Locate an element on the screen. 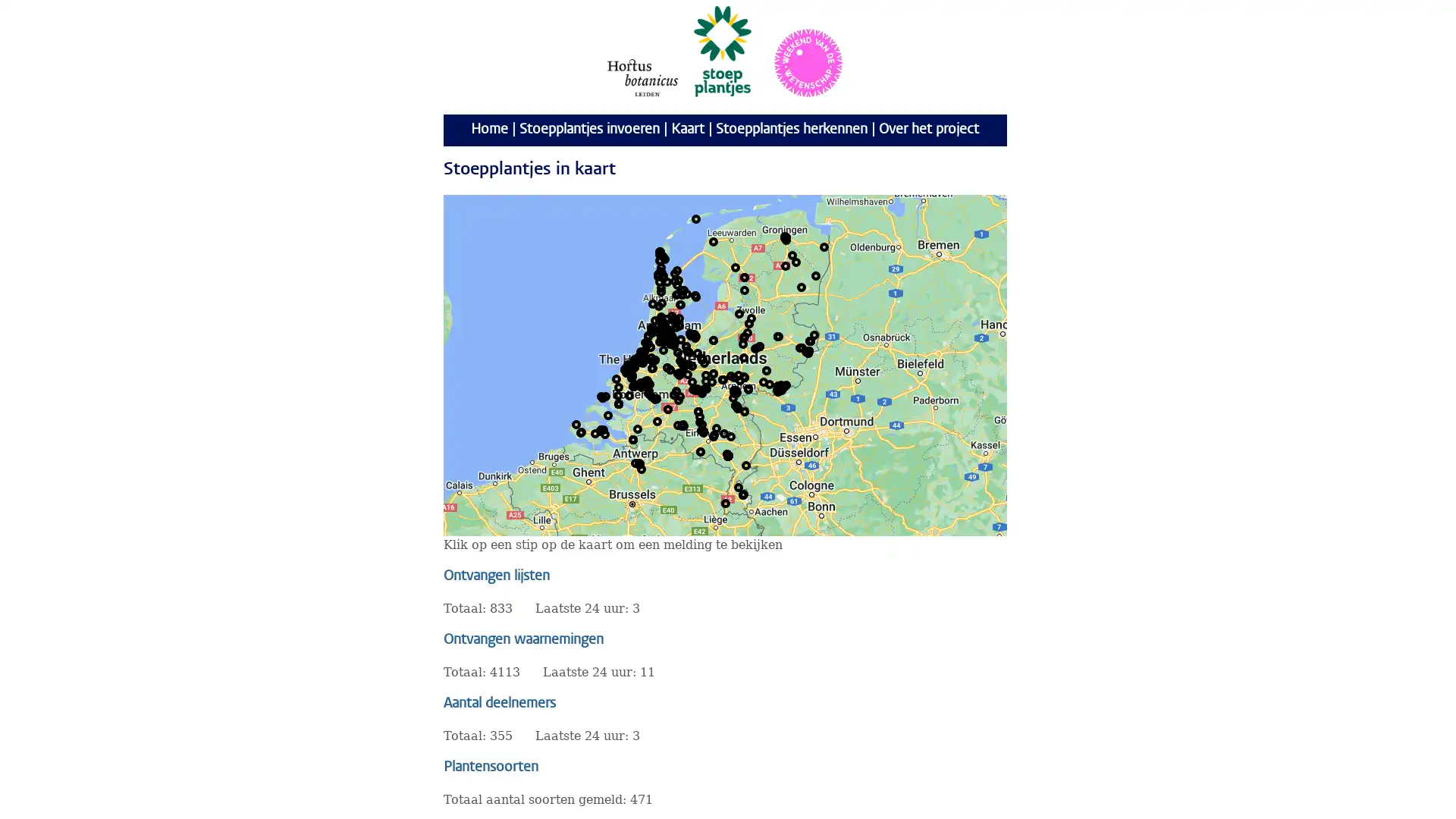 The width and height of the screenshot is (1456, 819). Telling van op 08 november 2021 is located at coordinates (665, 257).